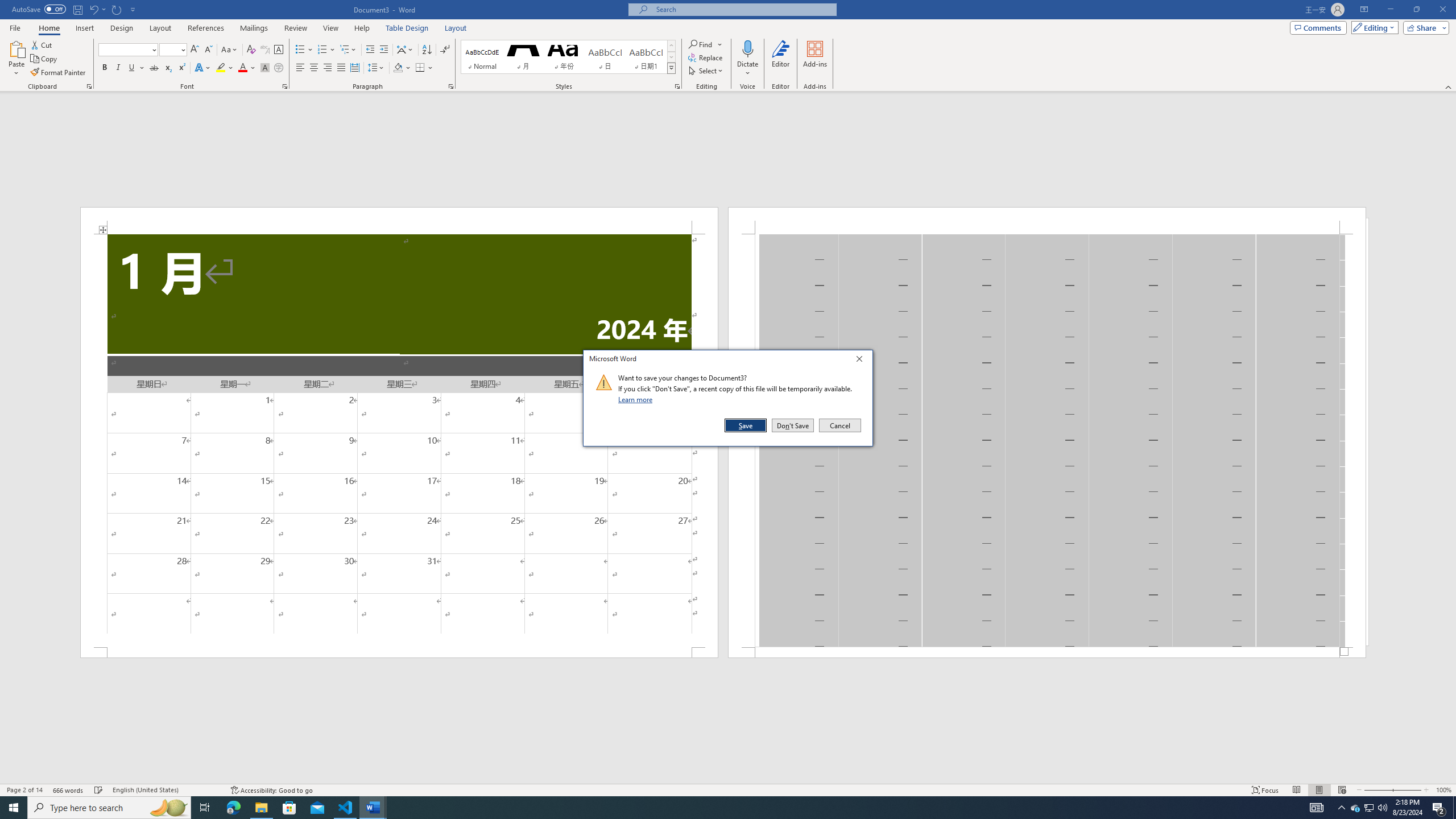 The image size is (1456, 819). I want to click on 'Clear Formatting', so click(250, 49).